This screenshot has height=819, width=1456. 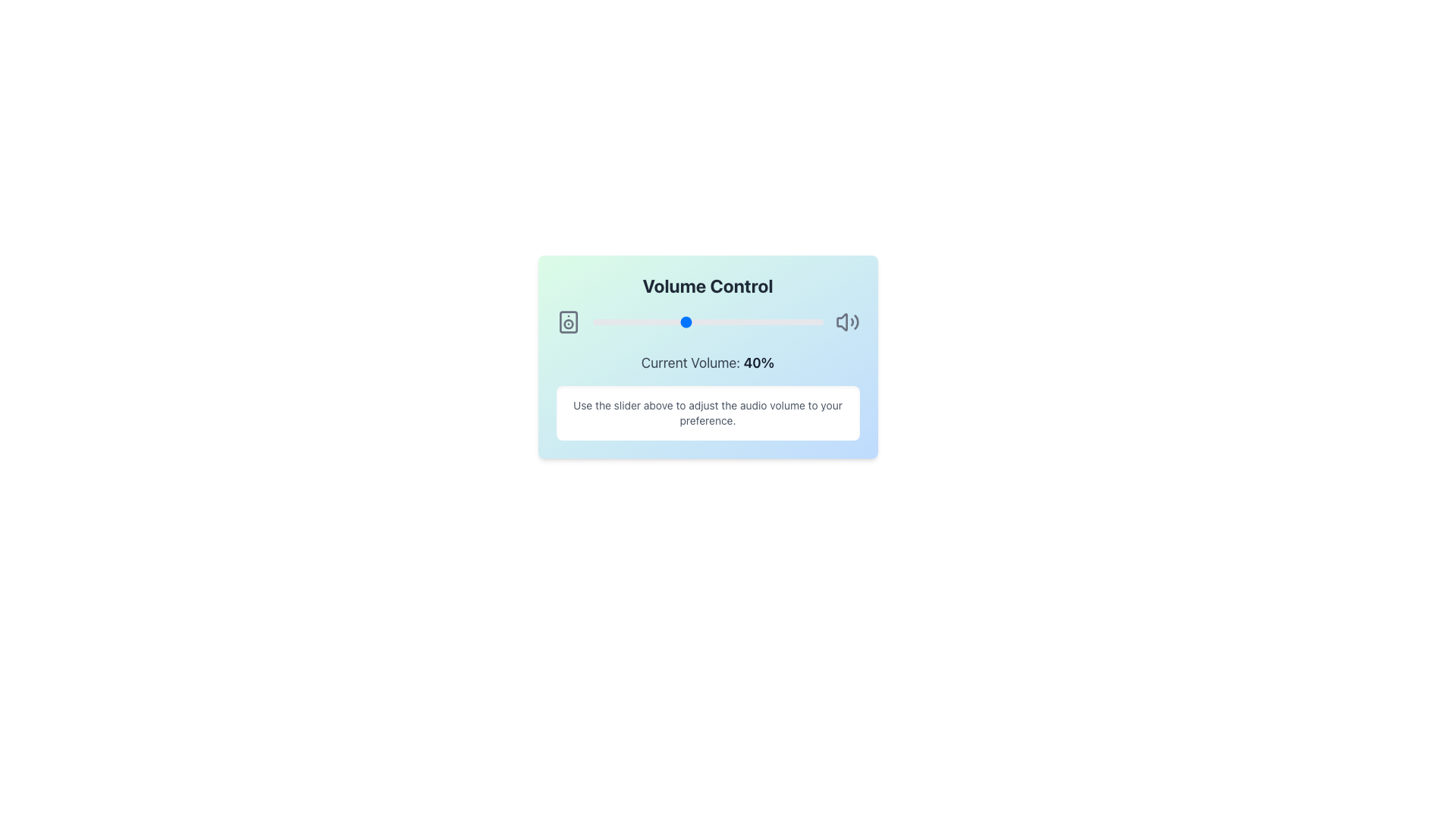 I want to click on the volume level, so click(x=643, y=321).